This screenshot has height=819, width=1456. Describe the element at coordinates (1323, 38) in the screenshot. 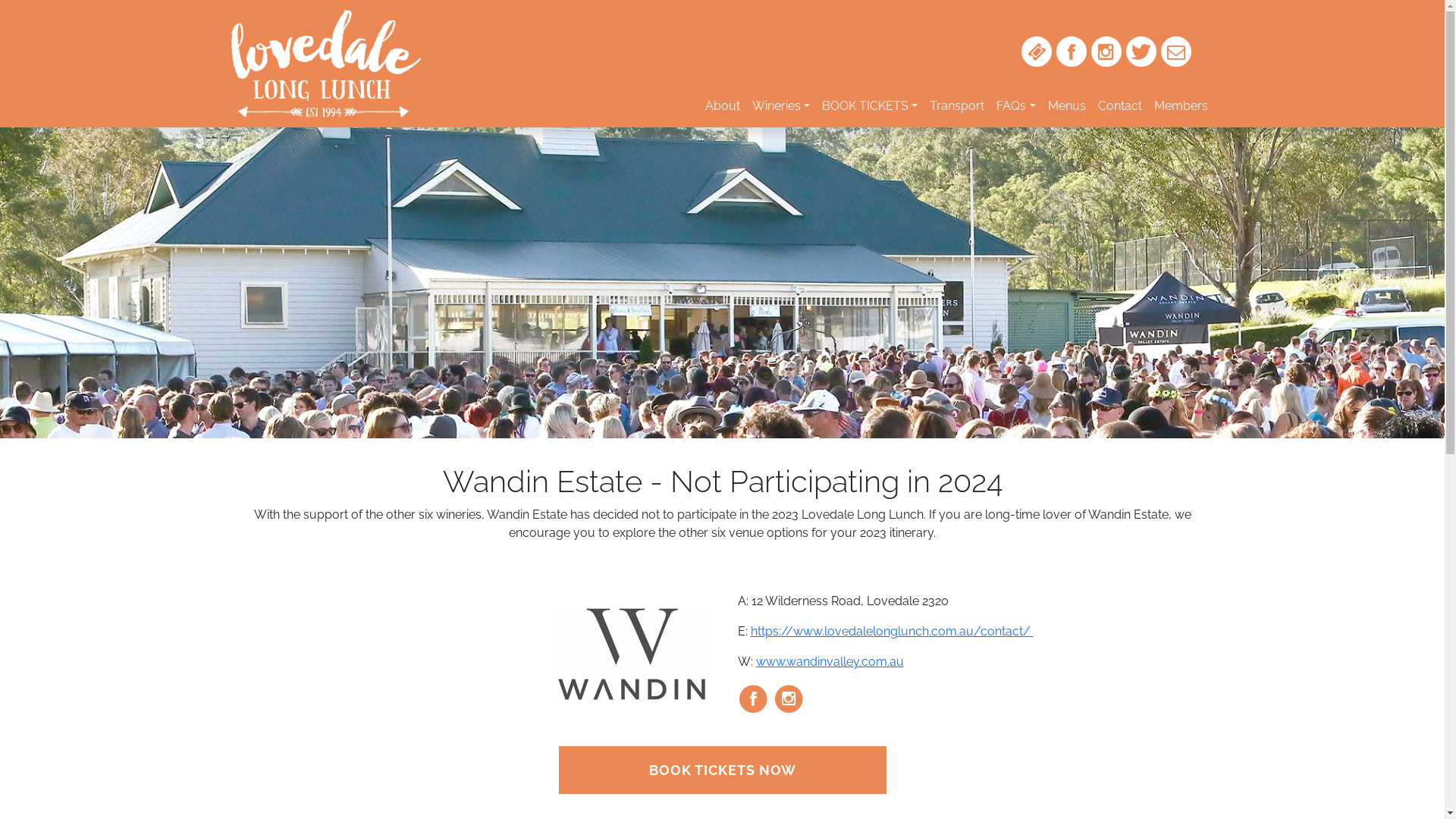

I see `'BACK'` at that location.